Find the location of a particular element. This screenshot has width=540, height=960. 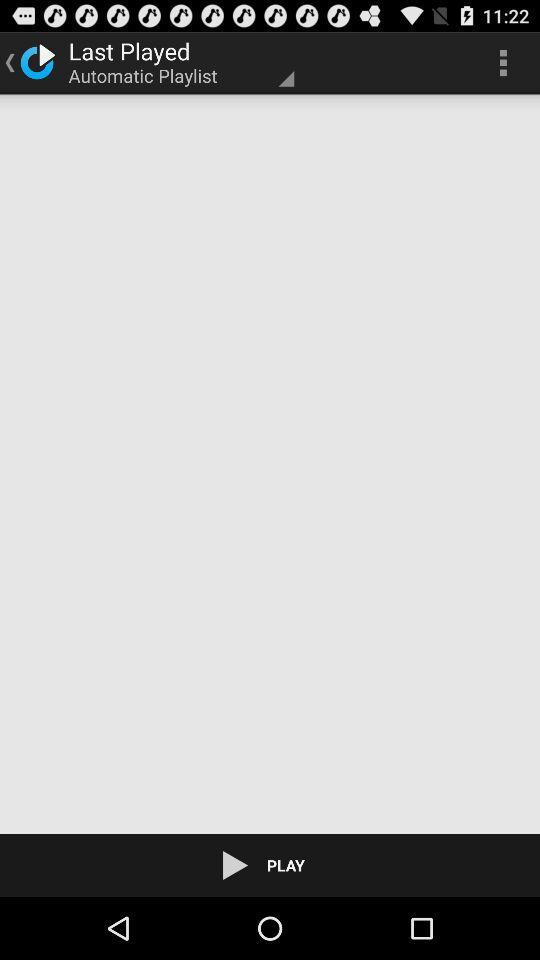

item at the top right corner is located at coordinates (502, 62).